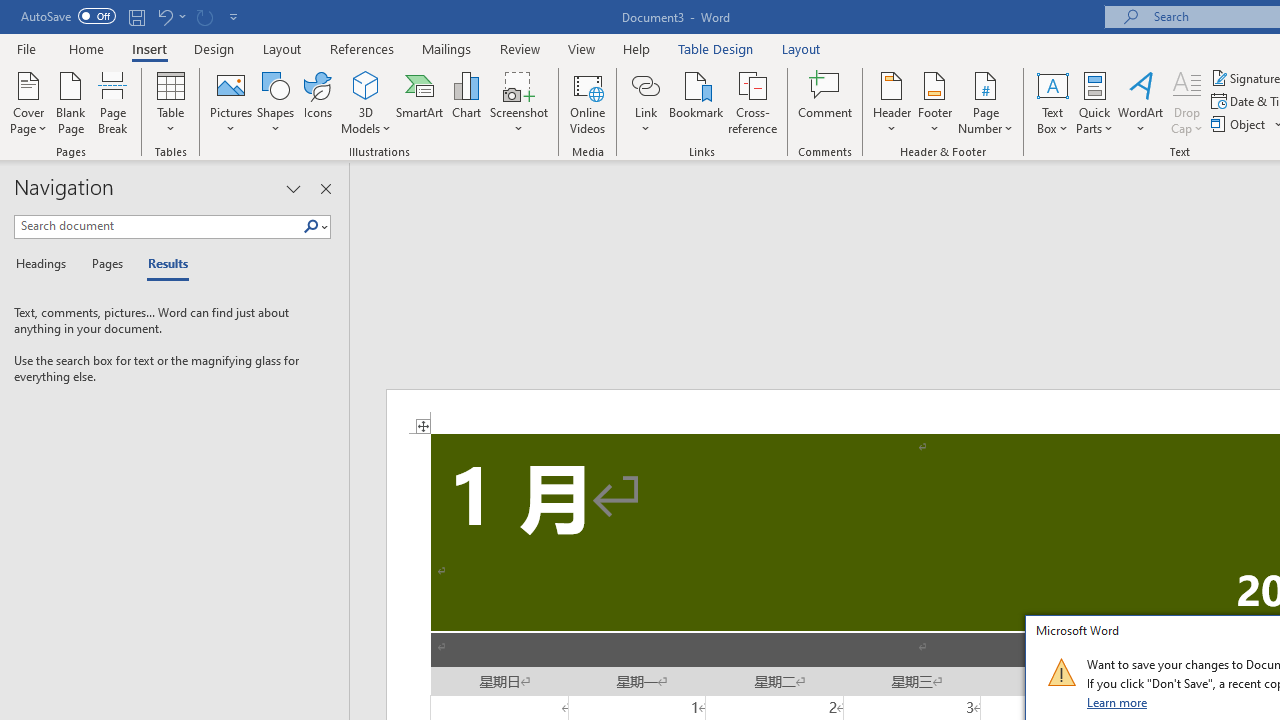 This screenshot has width=1280, height=720. Describe the element at coordinates (645, 84) in the screenshot. I see `'Link'` at that location.